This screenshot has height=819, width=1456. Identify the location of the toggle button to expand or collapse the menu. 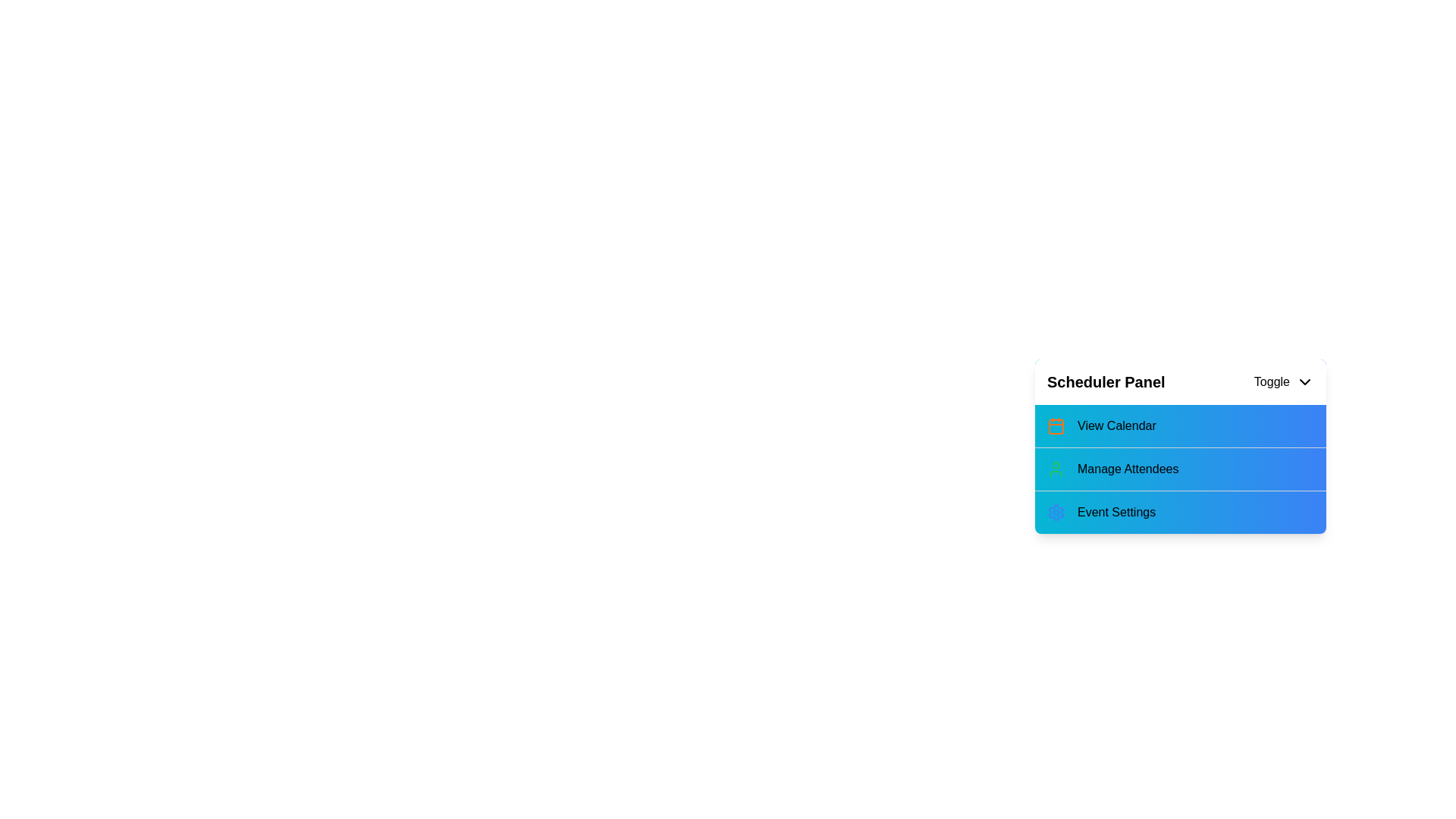
(1283, 381).